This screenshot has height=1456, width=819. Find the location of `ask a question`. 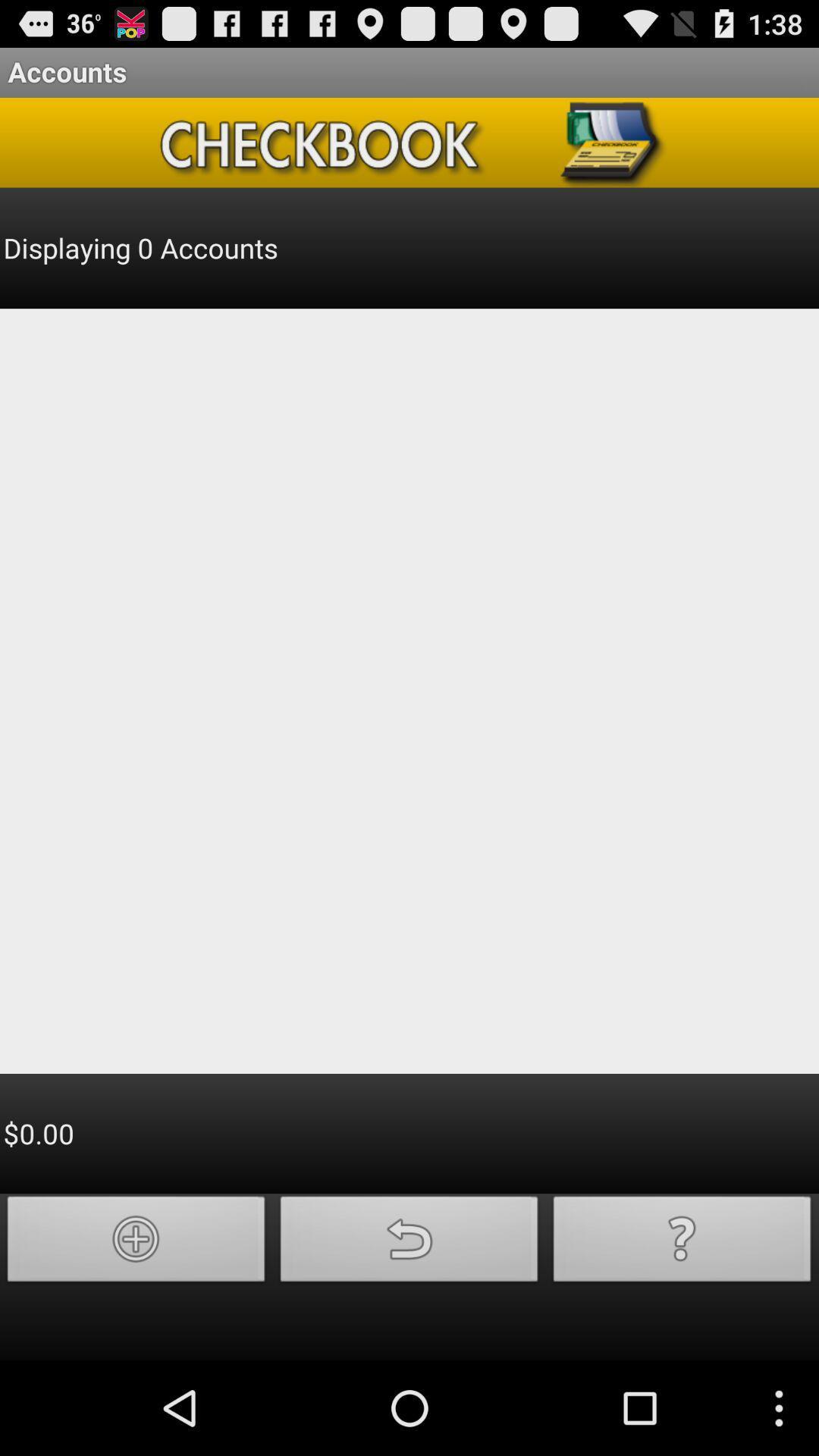

ask a question is located at coordinates (681, 1243).